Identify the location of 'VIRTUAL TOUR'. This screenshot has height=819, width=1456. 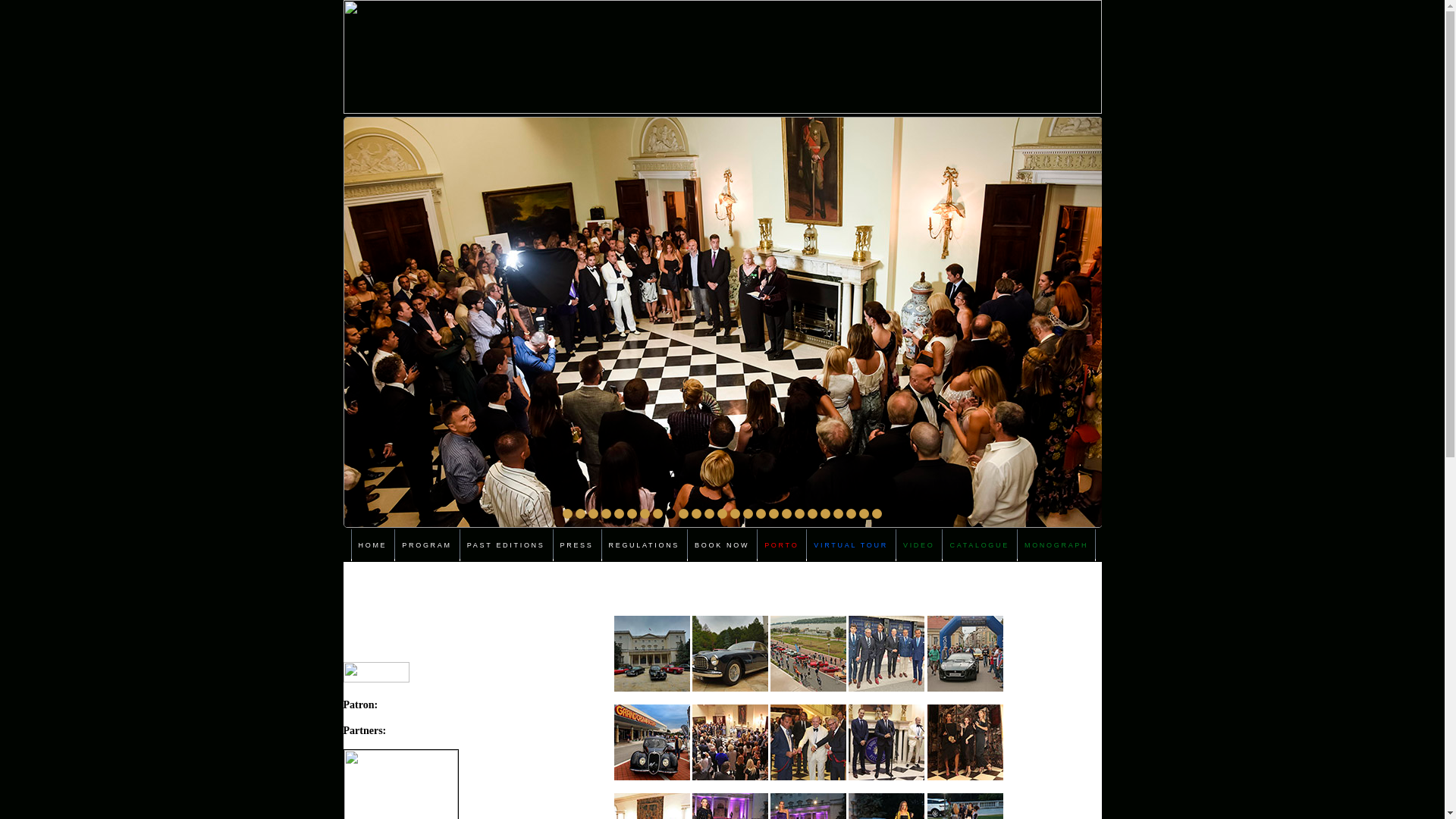
(851, 544).